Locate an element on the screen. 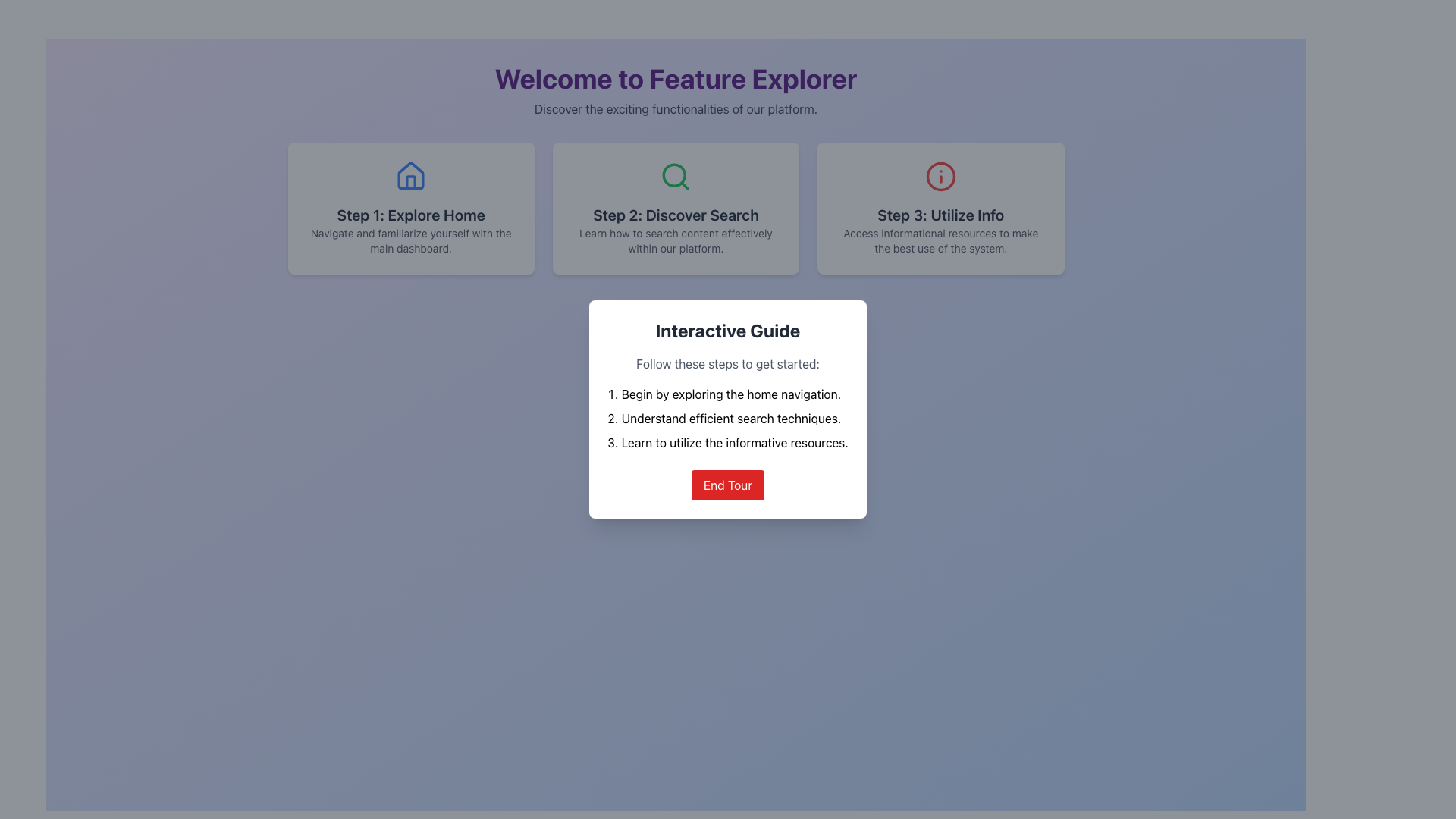  the text label that says 'Navigate and familiarize yourself with the main dashboard.' which is styled in gray color and located within a white card background is located at coordinates (411, 240).